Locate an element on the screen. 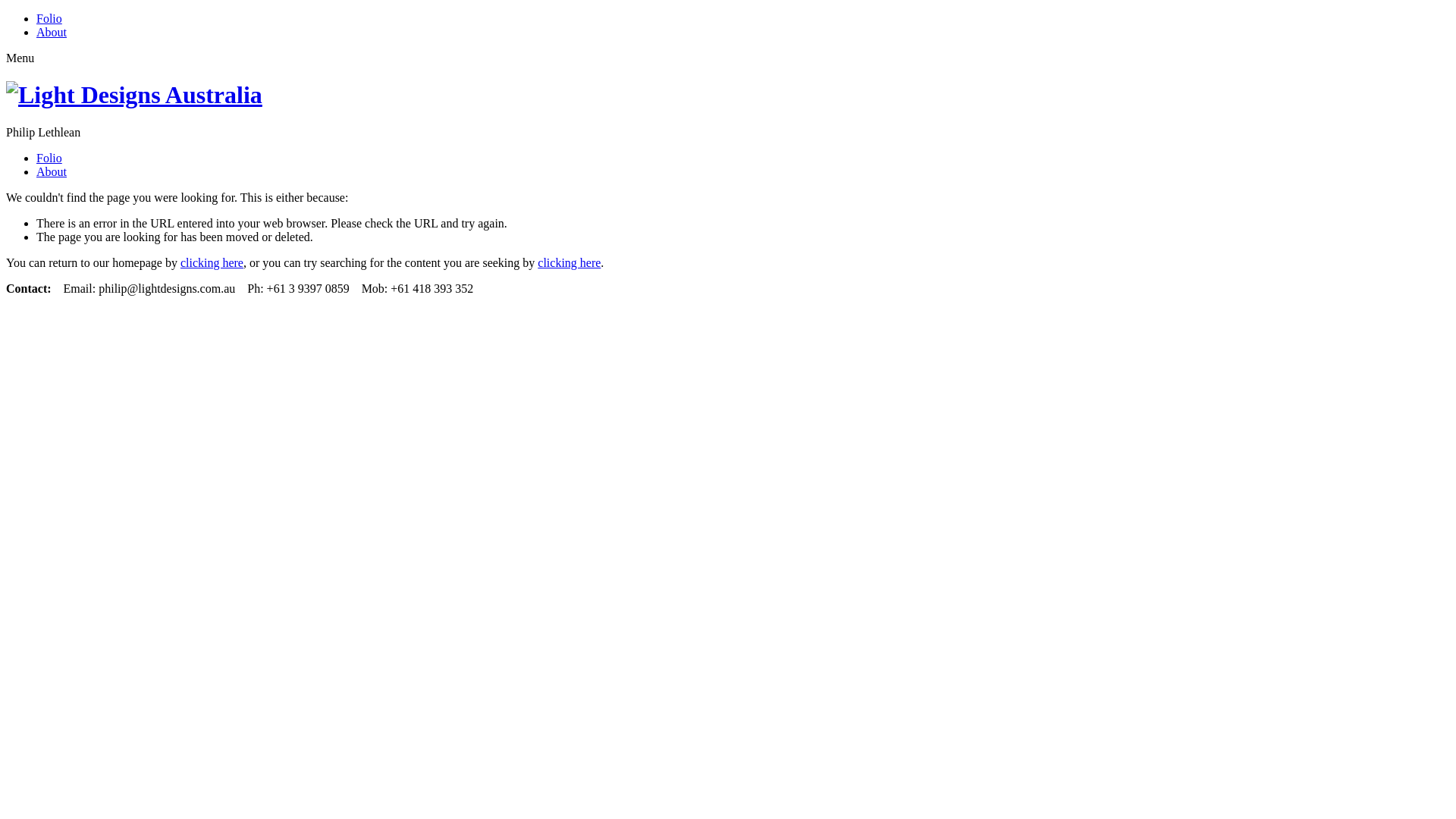 The width and height of the screenshot is (1456, 819). 'About' is located at coordinates (51, 171).